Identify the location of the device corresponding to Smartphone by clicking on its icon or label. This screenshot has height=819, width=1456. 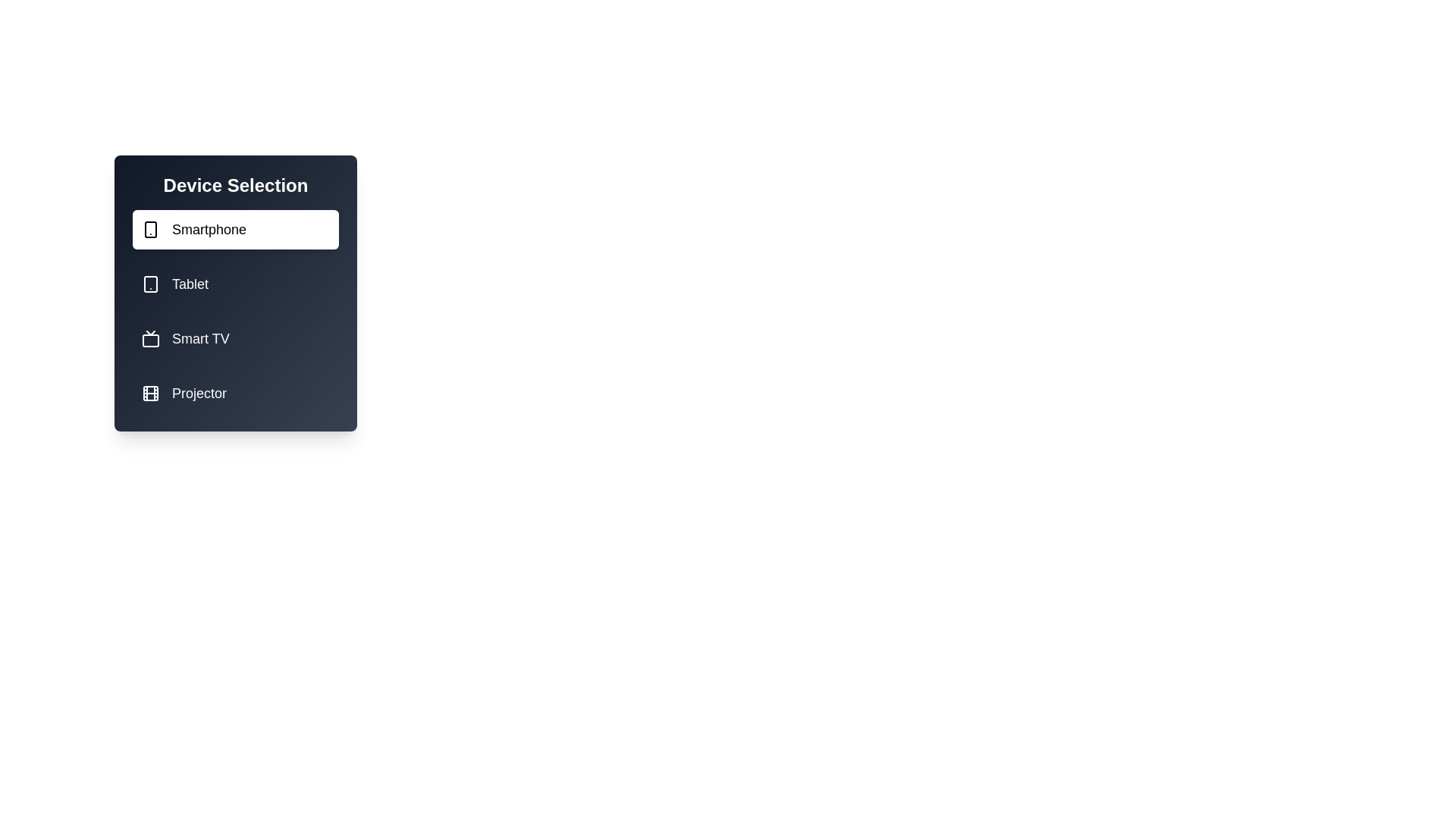
(235, 230).